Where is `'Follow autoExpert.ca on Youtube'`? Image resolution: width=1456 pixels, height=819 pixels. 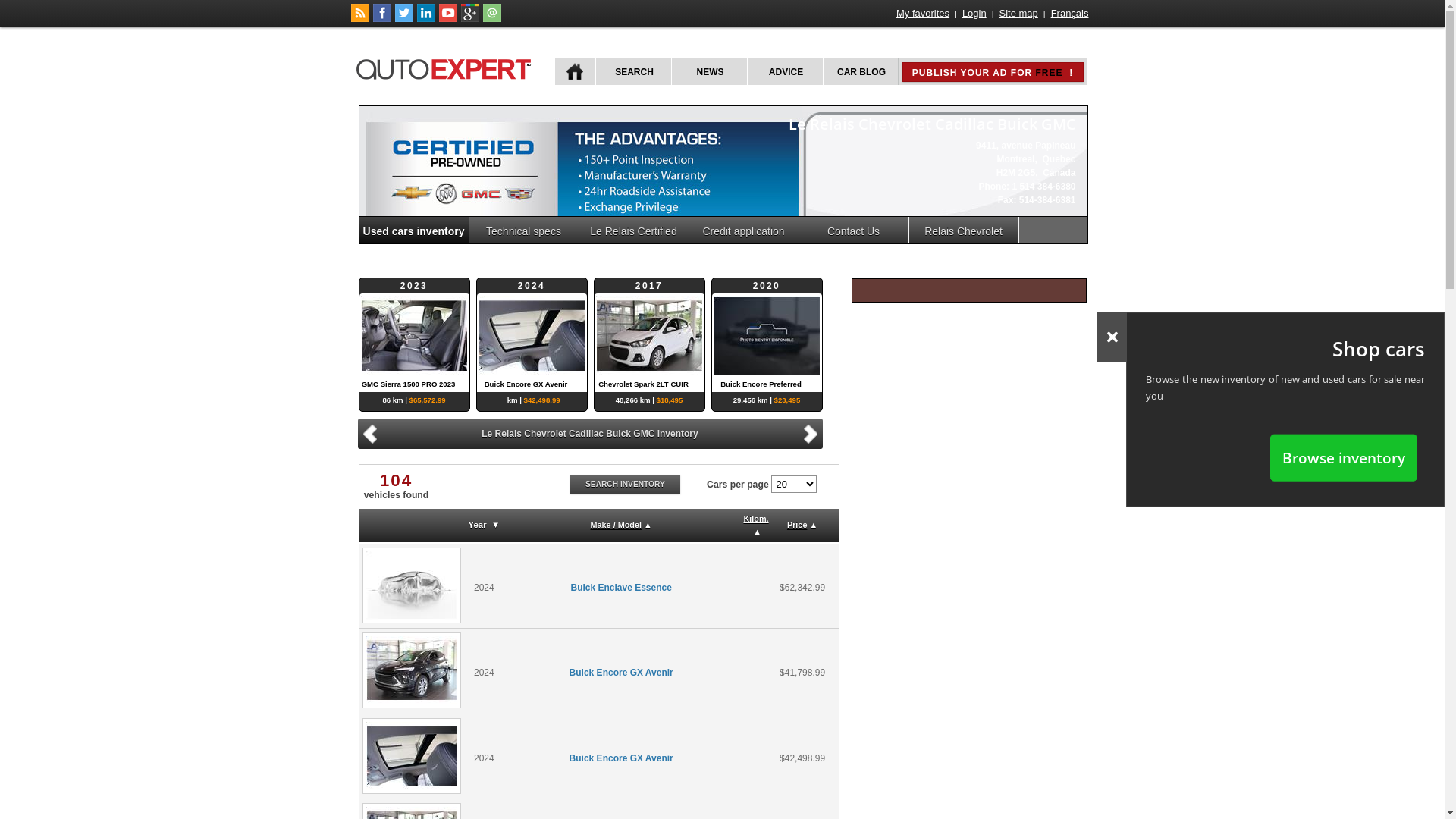 'Follow autoExpert.ca on Youtube' is located at coordinates (437, 18).